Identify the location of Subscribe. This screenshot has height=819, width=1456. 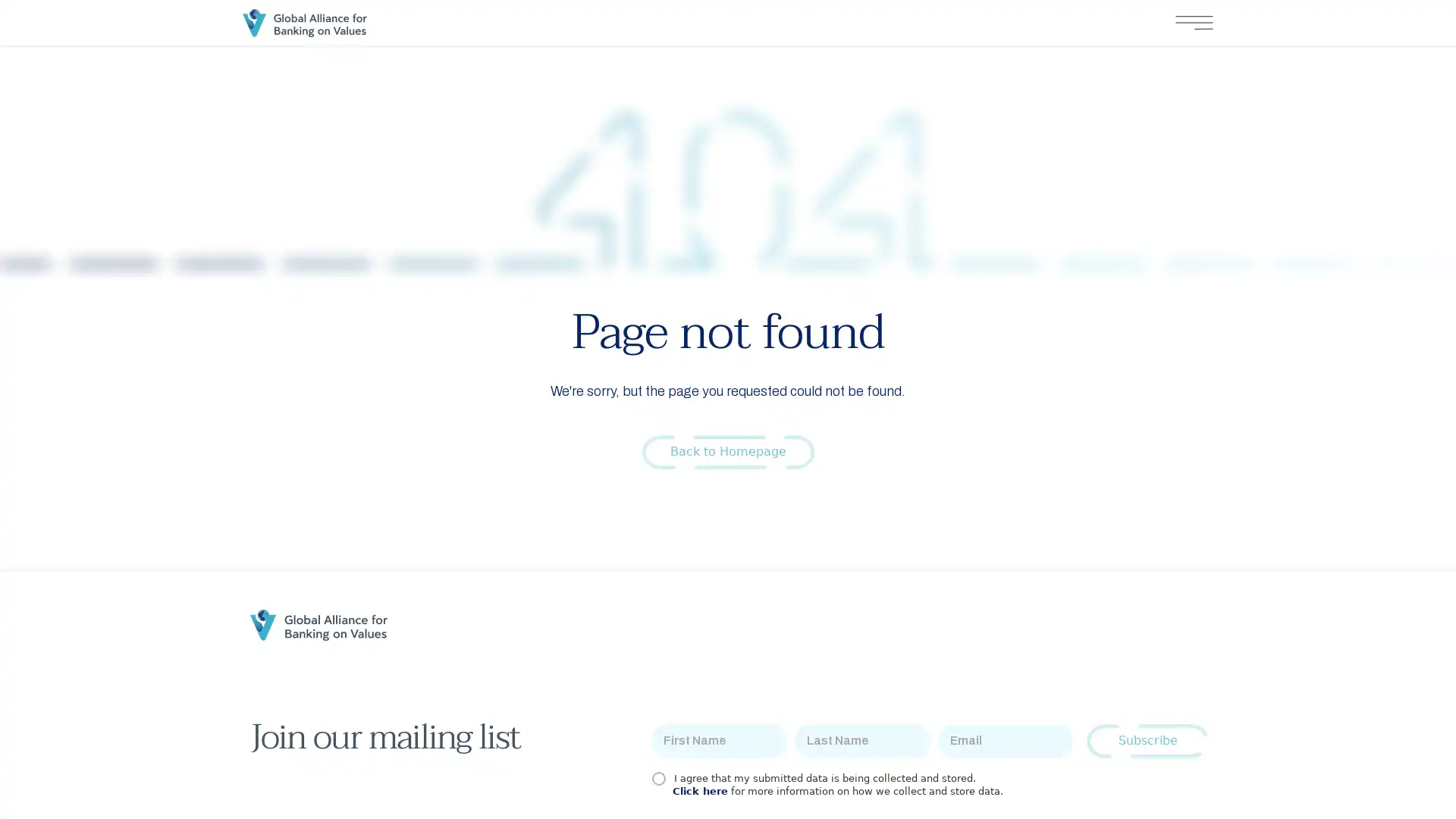
(1147, 740).